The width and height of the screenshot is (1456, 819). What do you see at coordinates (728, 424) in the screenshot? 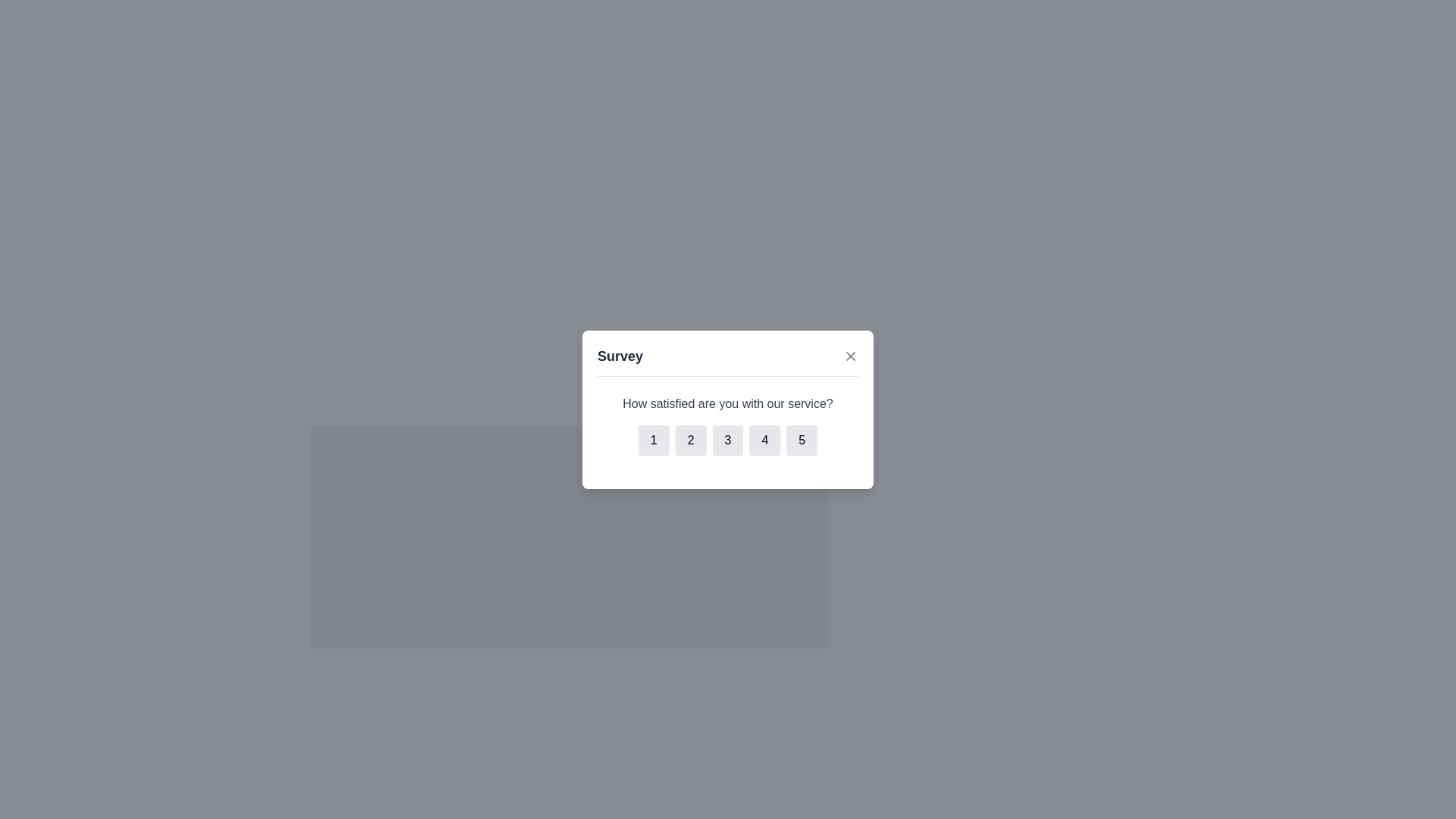
I see `the satisfaction rating scale question located at the center of the survey dialog box to provide clarification` at bounding box center [728, 424].